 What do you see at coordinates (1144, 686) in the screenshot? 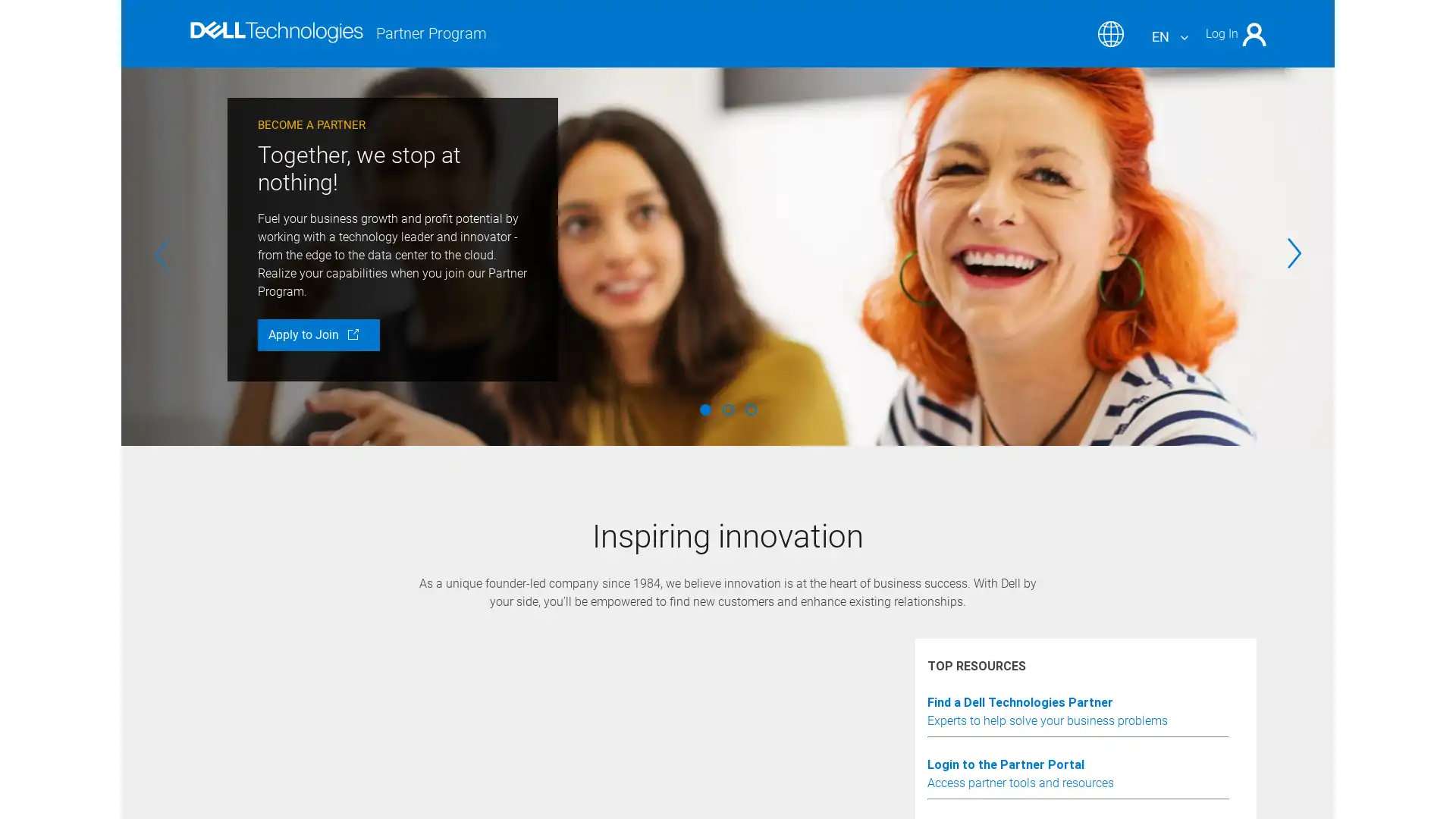
I see `Picture-in-Picture` at bounding box center [1144, 686].